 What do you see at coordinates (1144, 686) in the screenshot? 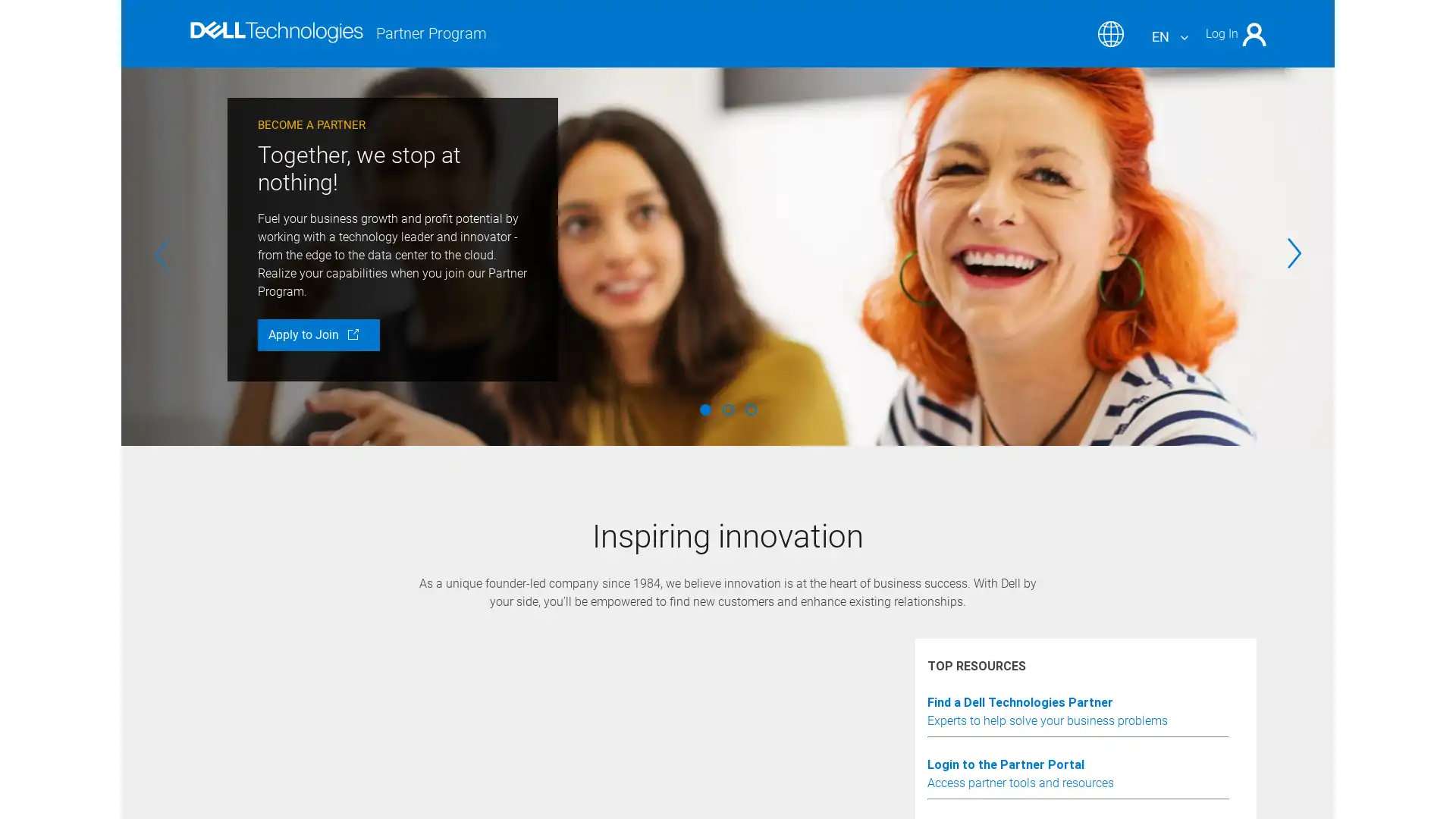
I see `Picture-in-Picture` at bounding box center [1144, 686].